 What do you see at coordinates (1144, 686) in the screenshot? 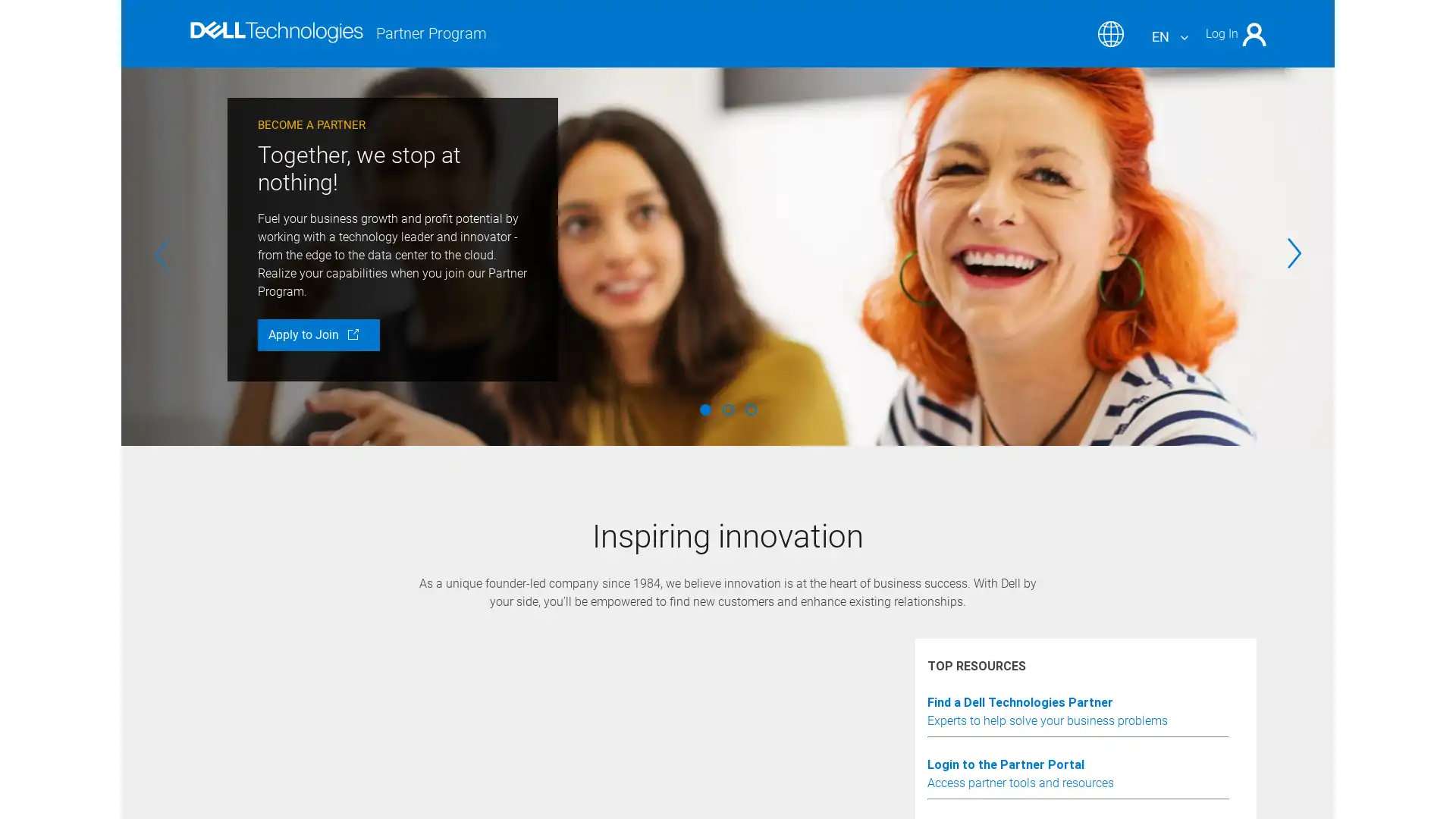
I see `Picture-in-Picture` at bounding box center [1144, 686].